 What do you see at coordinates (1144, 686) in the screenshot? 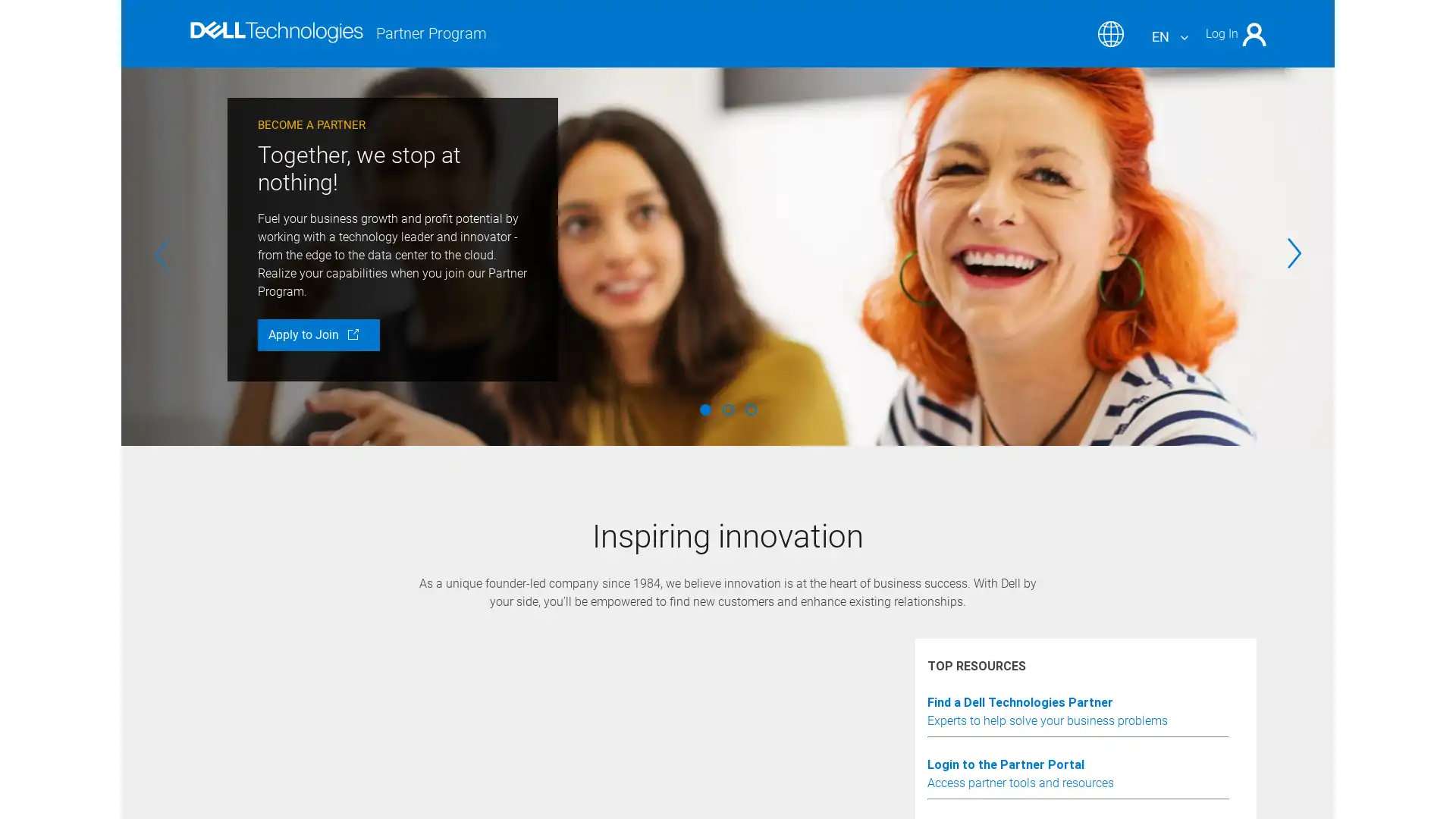
I see `Picture-in-Picture` at bounding box center [1144, 686].